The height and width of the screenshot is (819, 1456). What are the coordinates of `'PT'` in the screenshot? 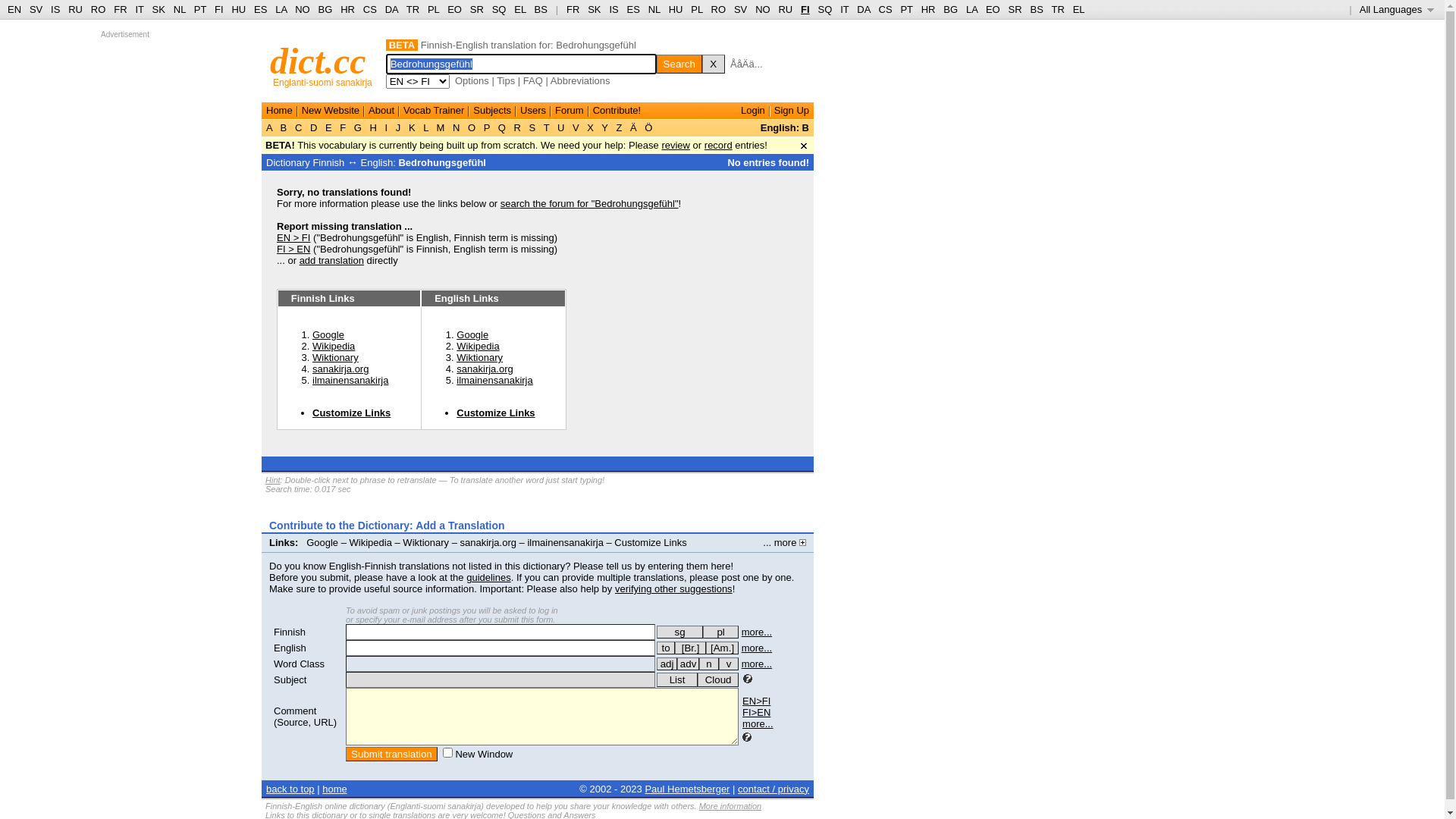 It's located at (199, 9).